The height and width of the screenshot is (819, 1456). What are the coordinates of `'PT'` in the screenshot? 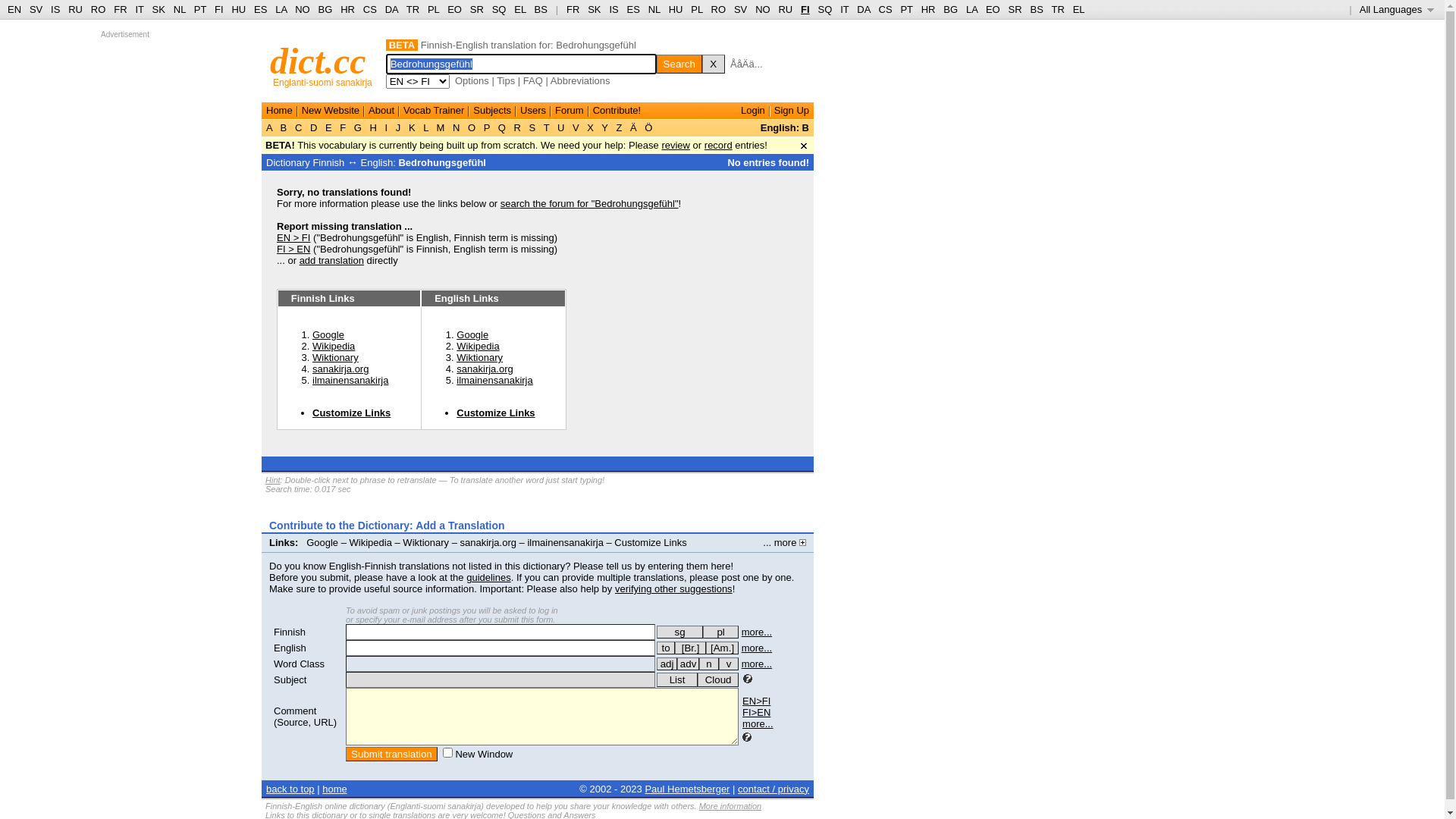 It's located at (199, 9).